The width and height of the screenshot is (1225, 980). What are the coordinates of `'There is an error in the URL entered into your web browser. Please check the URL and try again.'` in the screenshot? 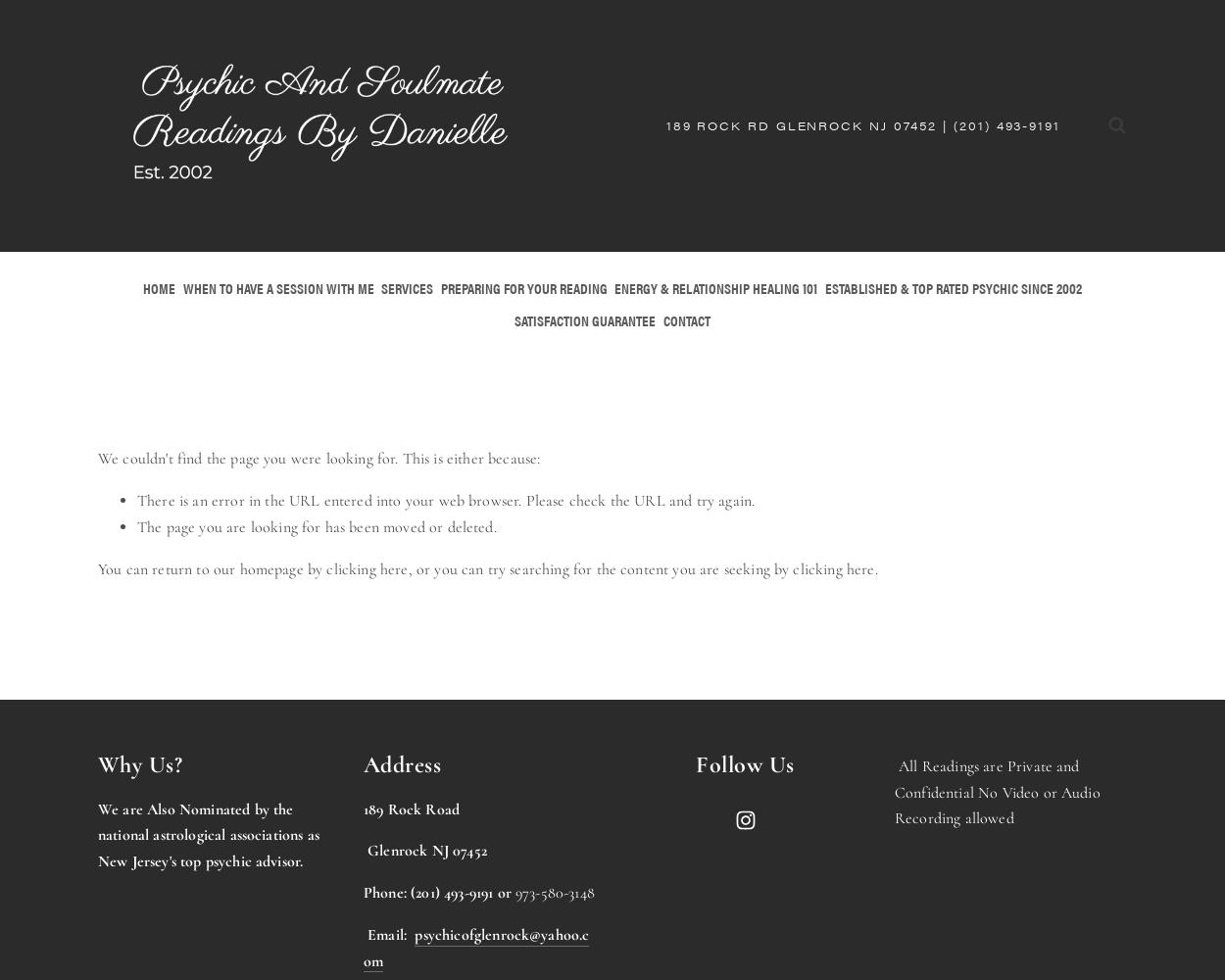 It's located at (445, 501).